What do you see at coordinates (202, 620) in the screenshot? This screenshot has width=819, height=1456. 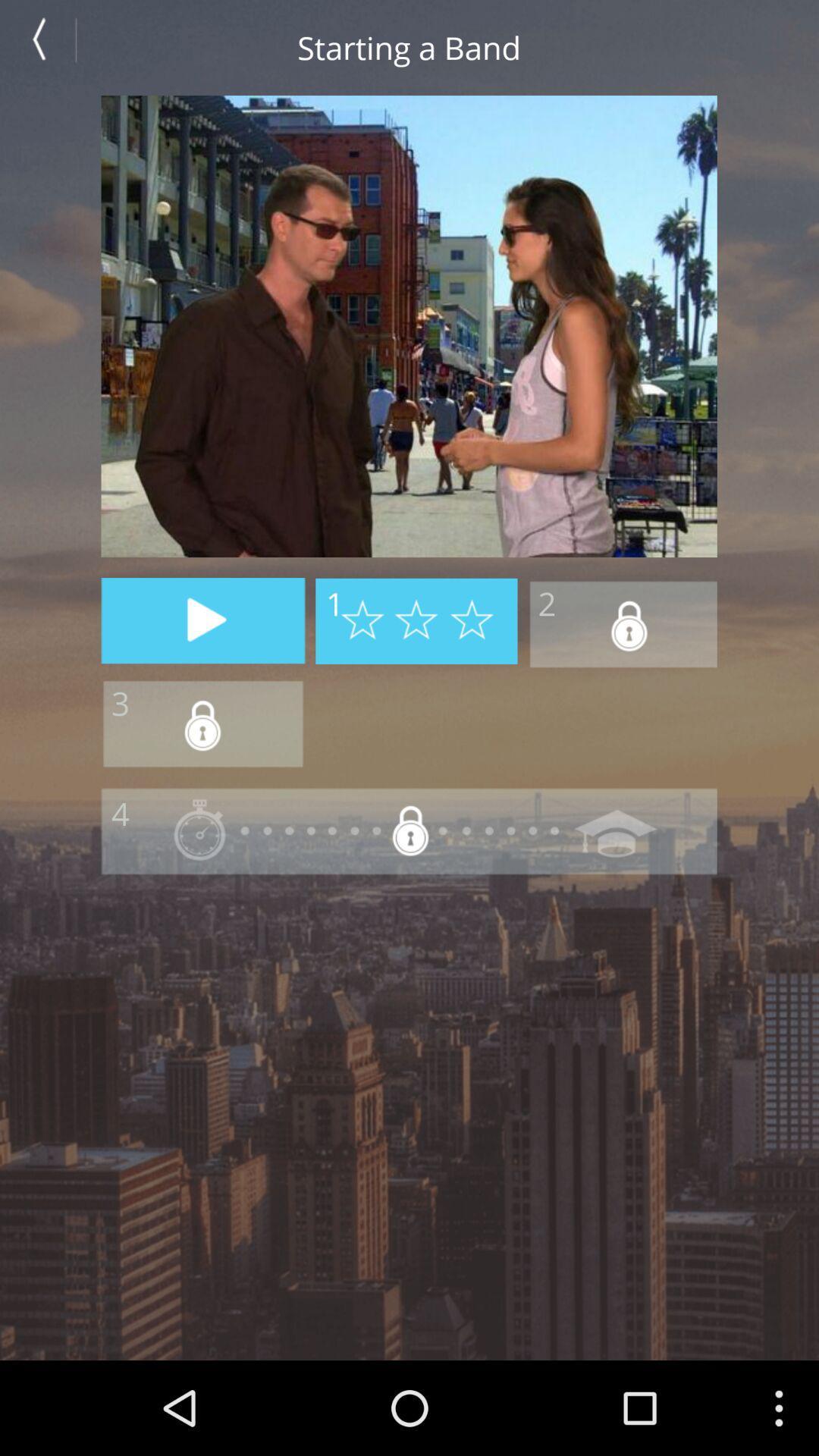 I see `play` at bounding box center [202, 620].